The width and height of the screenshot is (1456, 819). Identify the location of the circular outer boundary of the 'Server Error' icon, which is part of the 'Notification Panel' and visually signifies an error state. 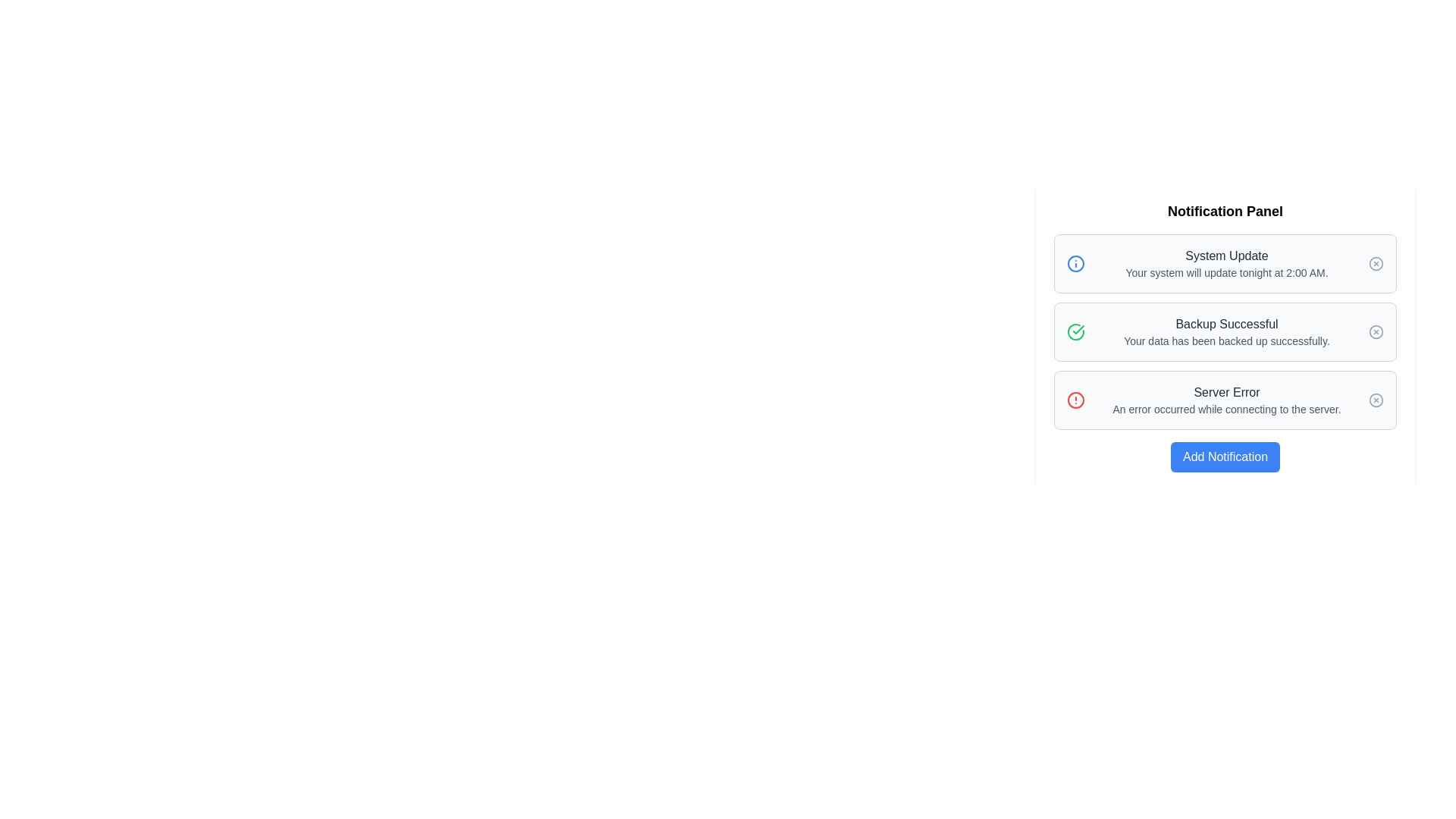
(1376, 400).